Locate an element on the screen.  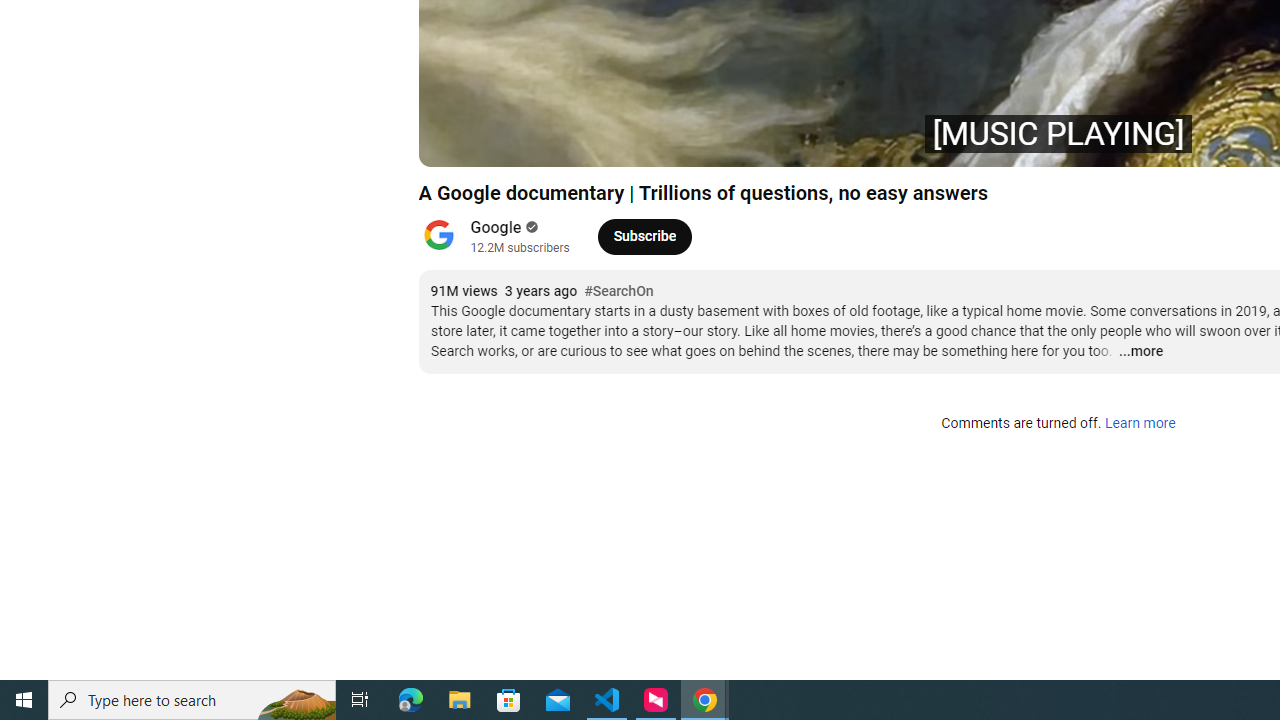
'Next (SHIFT+n)' is located at coordinates (500, 141).